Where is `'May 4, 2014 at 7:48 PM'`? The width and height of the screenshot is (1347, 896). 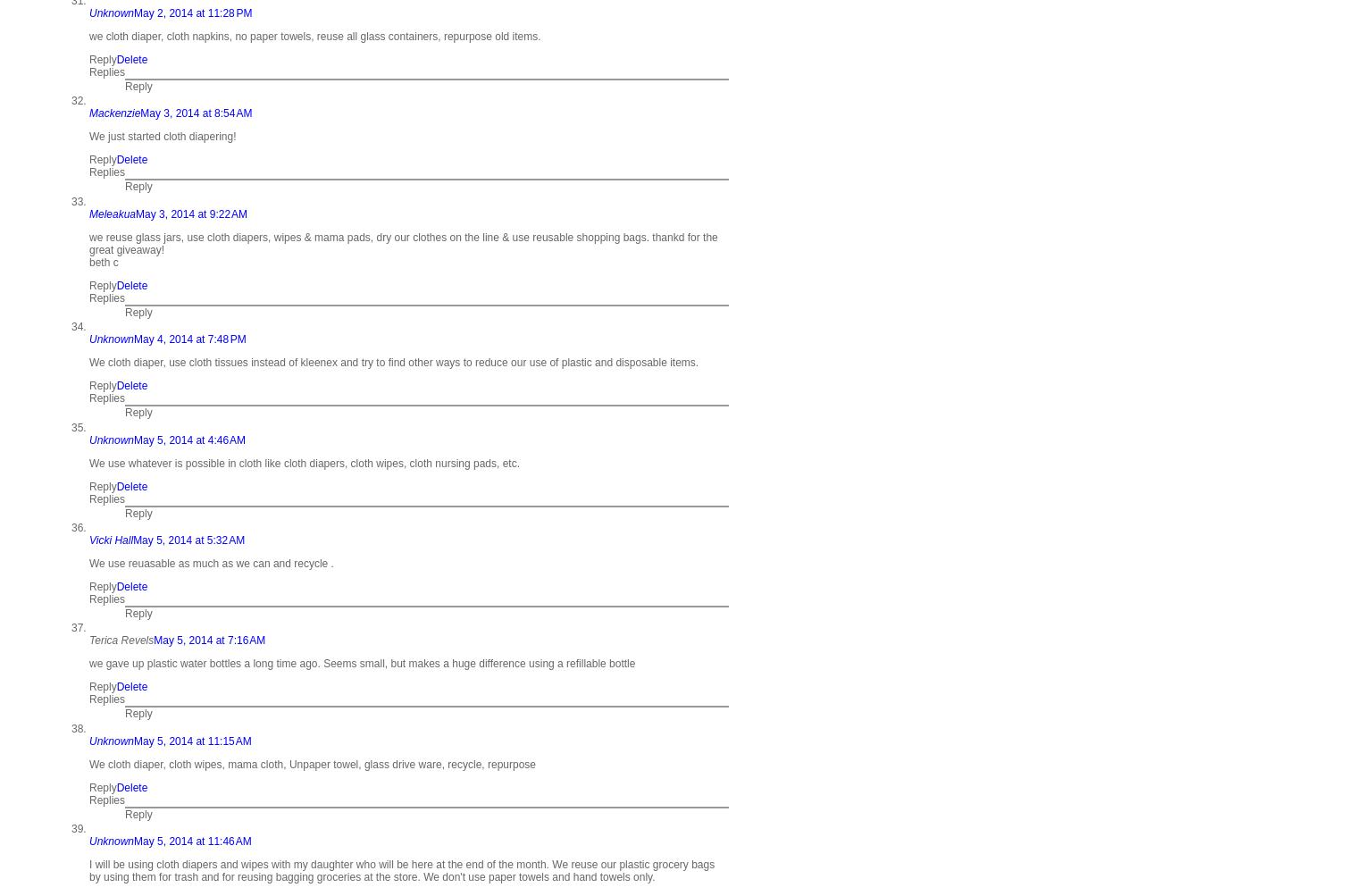
'May 4, 2014 at 7:48 PM' is located at coordinates (188, 339).